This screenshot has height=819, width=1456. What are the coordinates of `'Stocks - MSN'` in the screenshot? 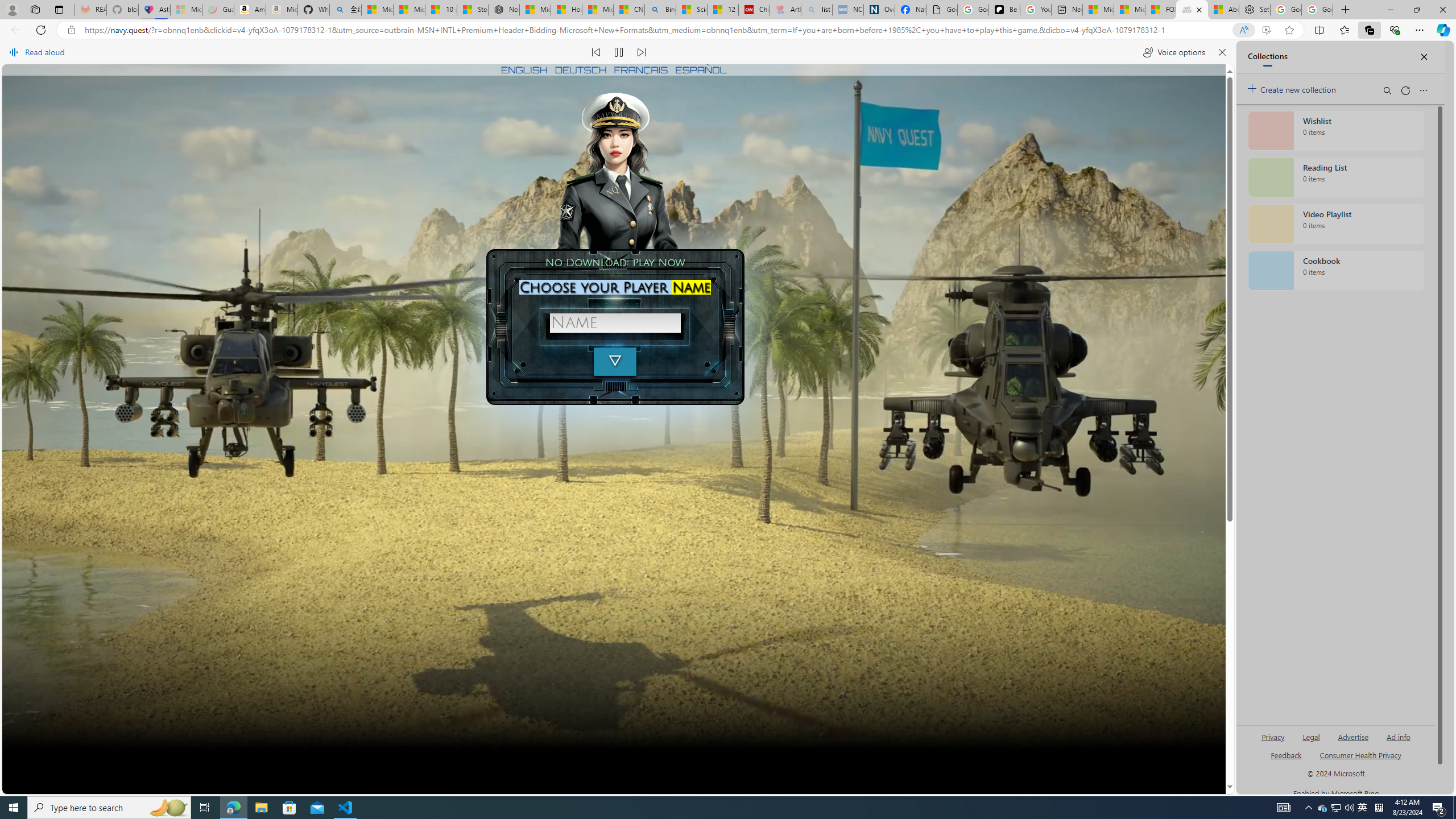 It's located at (473, 9).